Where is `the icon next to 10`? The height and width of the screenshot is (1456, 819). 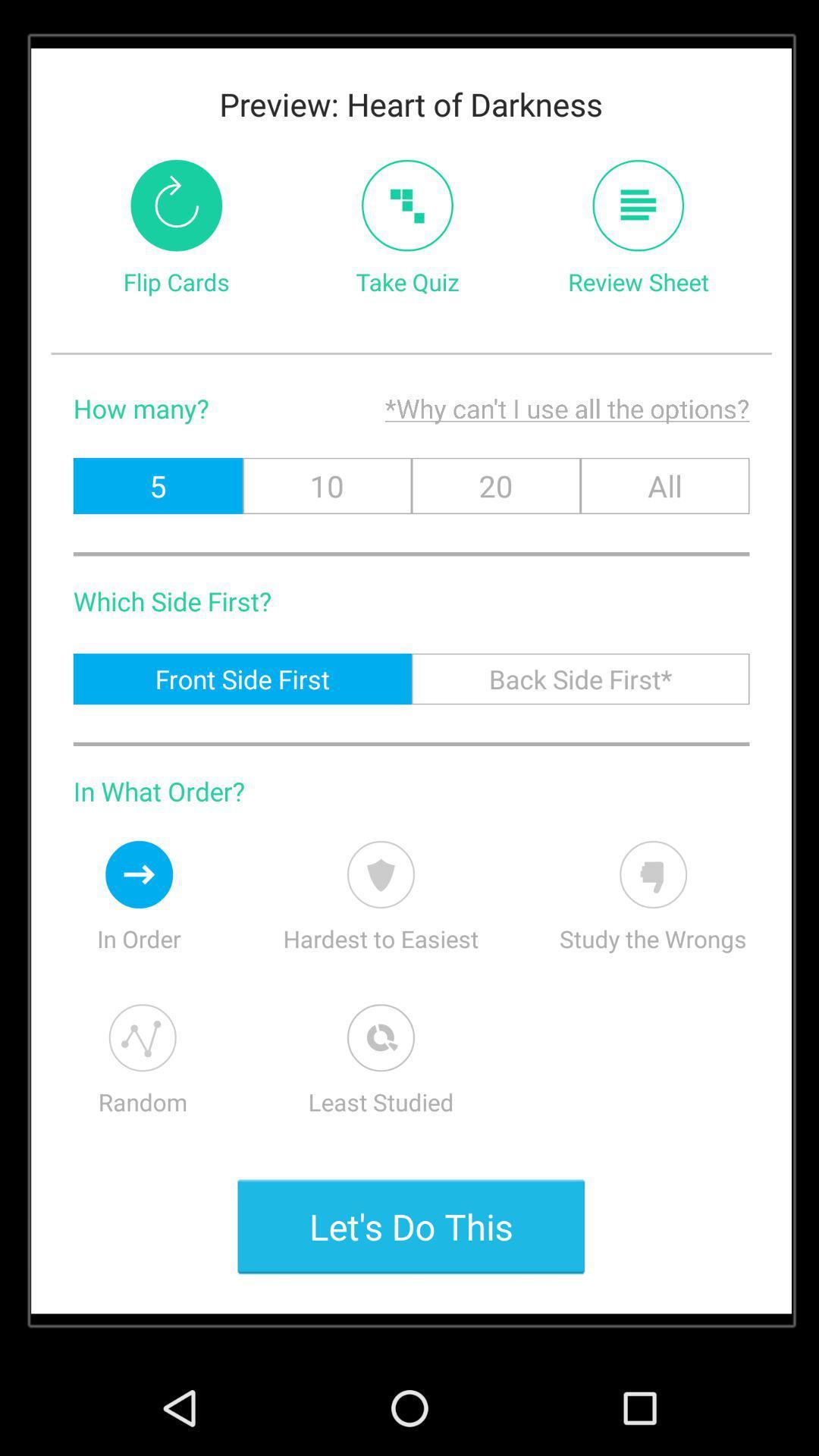
the icon next to 10 is located at coordinates (158, 485).